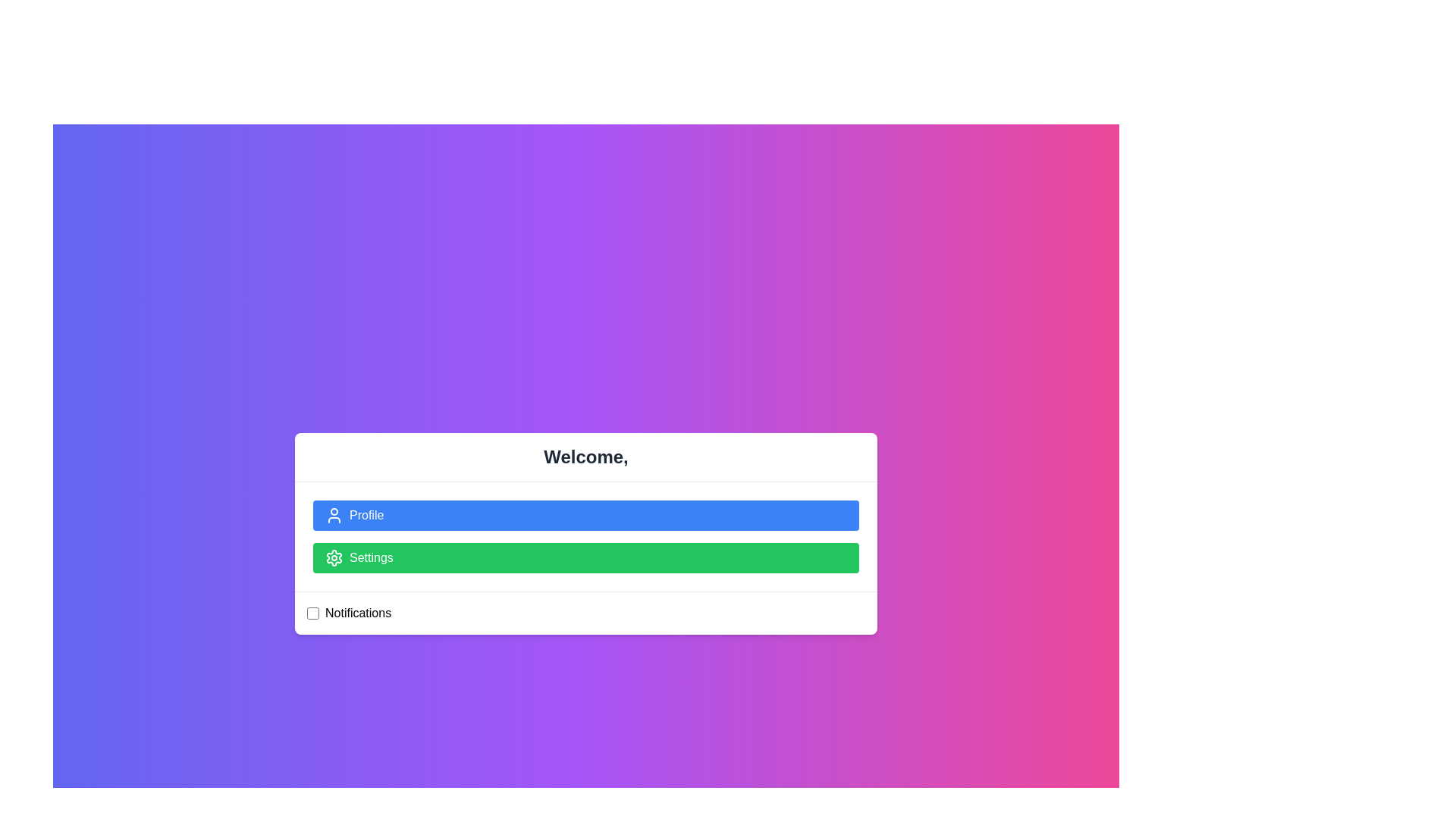 This screenshot has height=819, width=1456. What do you see at coordinates (334, 514) in the screenshot?
I see `the 'Profile' button associated with the user silhouette icon located in the top-left corner of the blue rectangular button labeled 'Profile'` at bounding box center [334, 514].